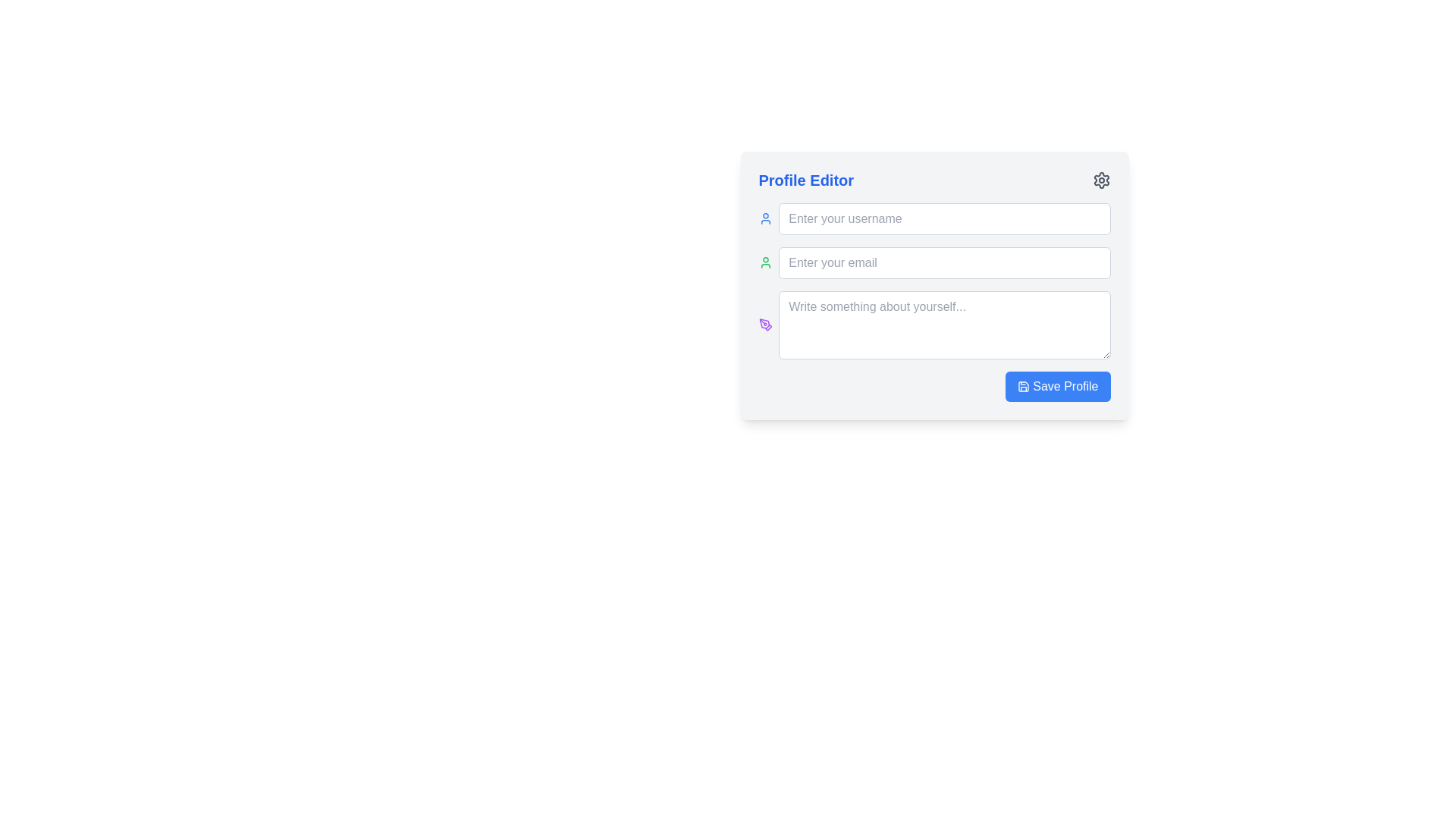  I want to click on the 'Save Profile' button located at the bottom-right of the profile editor to trigger a visual hover effect, so click(934, 385).